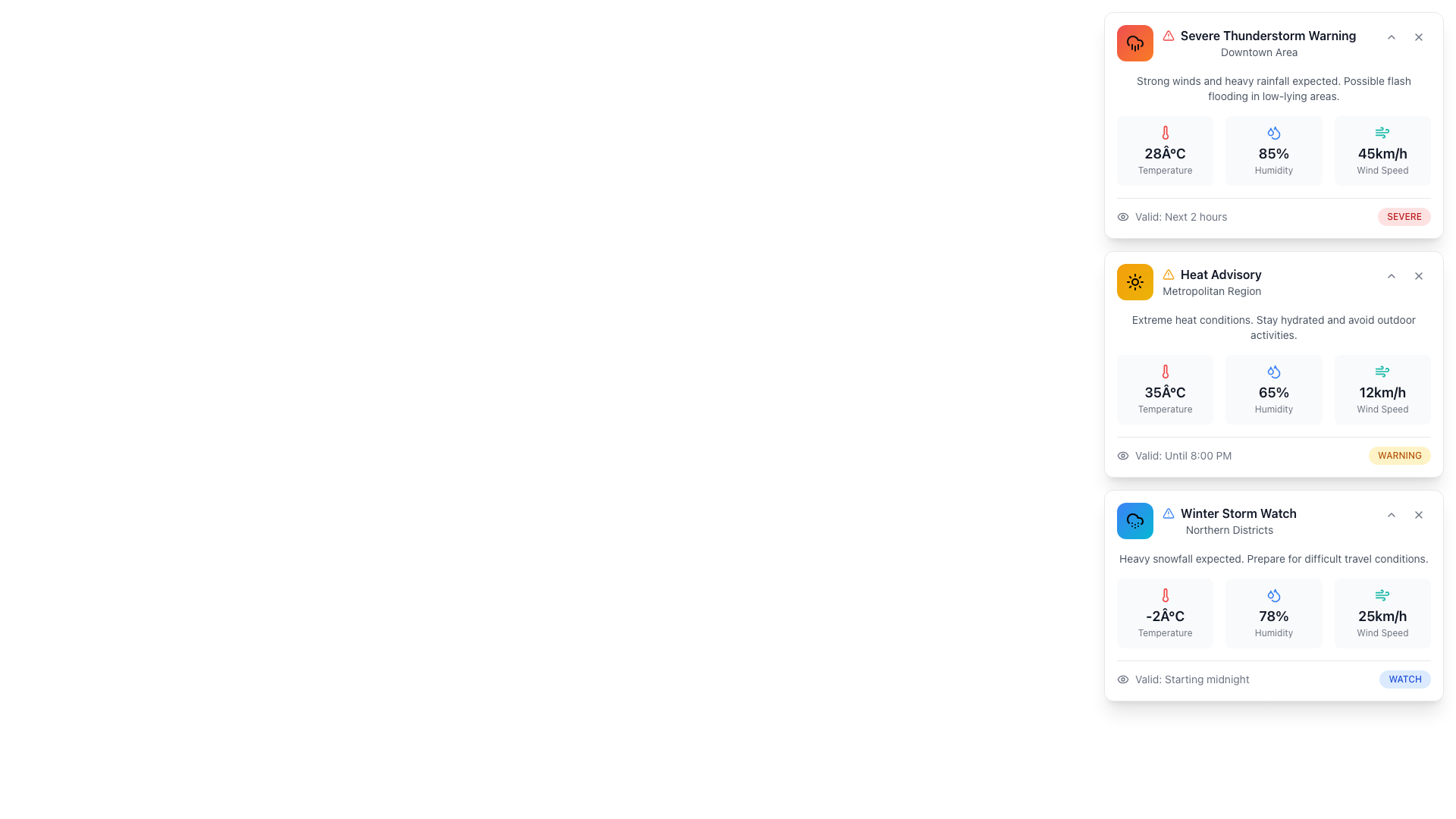 The height and width of the screenshot is (819, 1456). Describe the element at coordinates (1274, 388) in the screenshot. I see `the informational card displaying '65%' and 'Humidity'` at that location.